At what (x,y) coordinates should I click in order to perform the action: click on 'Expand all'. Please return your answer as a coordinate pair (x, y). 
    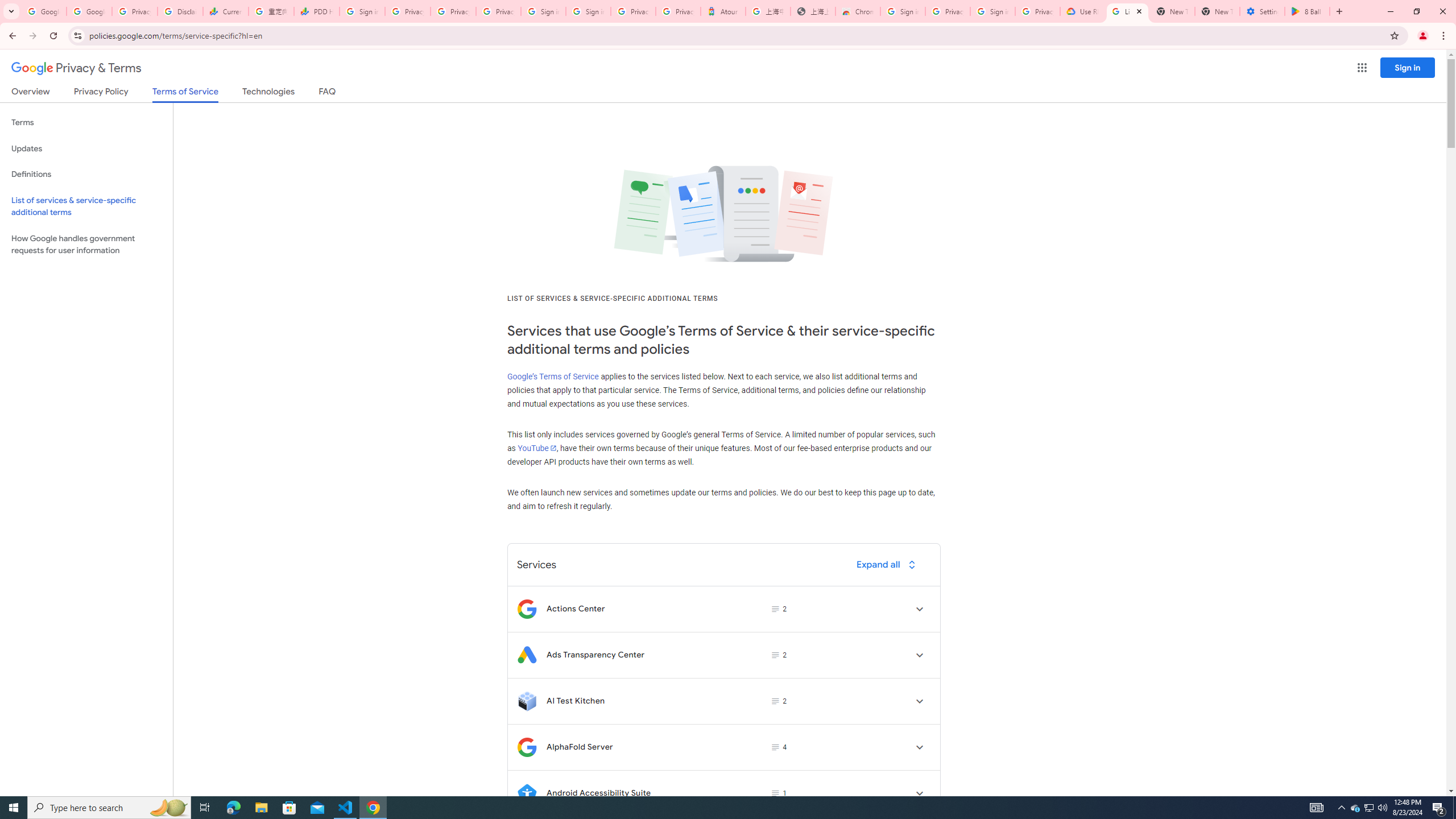
    Looking at the image, I should click on (888, 564).